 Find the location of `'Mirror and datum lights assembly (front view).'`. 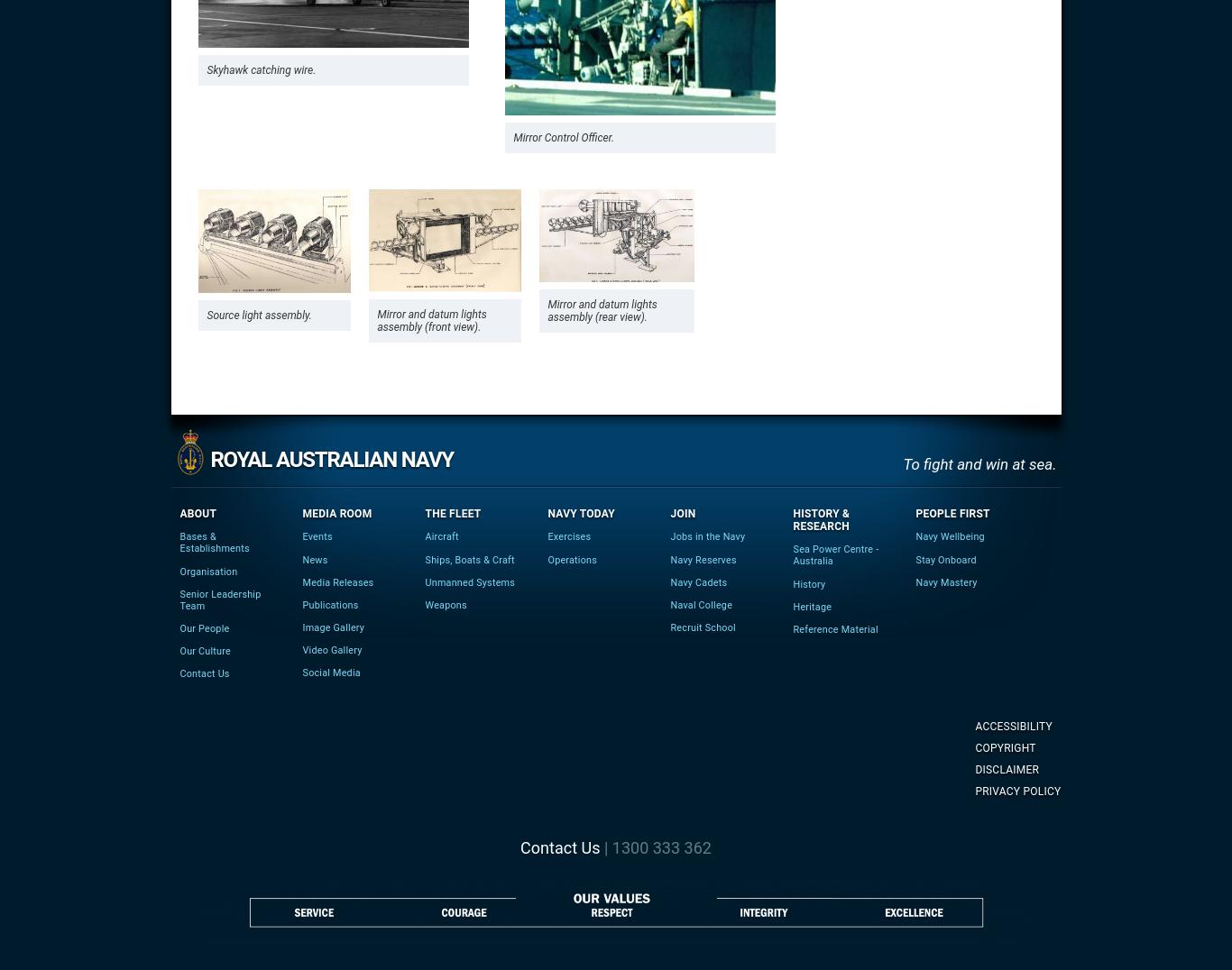

'Mirror and datum lights assembly (front view).' is located at coordinates (375, 319).